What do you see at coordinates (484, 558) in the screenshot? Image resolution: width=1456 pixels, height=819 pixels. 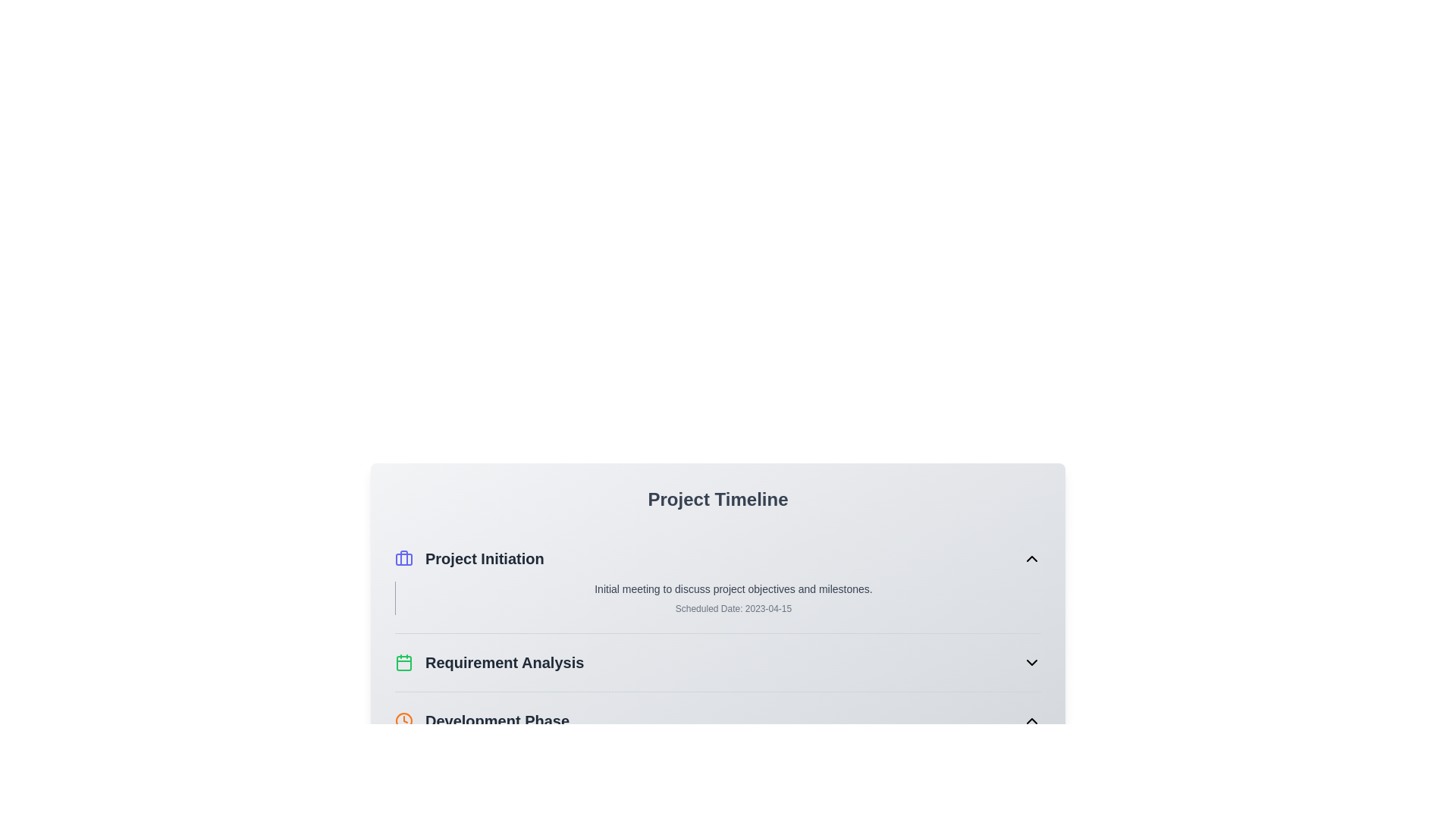 I see `the Text Label that serves as the title for a specific section in the 'Project Timeline', located near the top-left section of the list of phases, to the right of a briefcase icon` at bounding box center [484, 558].